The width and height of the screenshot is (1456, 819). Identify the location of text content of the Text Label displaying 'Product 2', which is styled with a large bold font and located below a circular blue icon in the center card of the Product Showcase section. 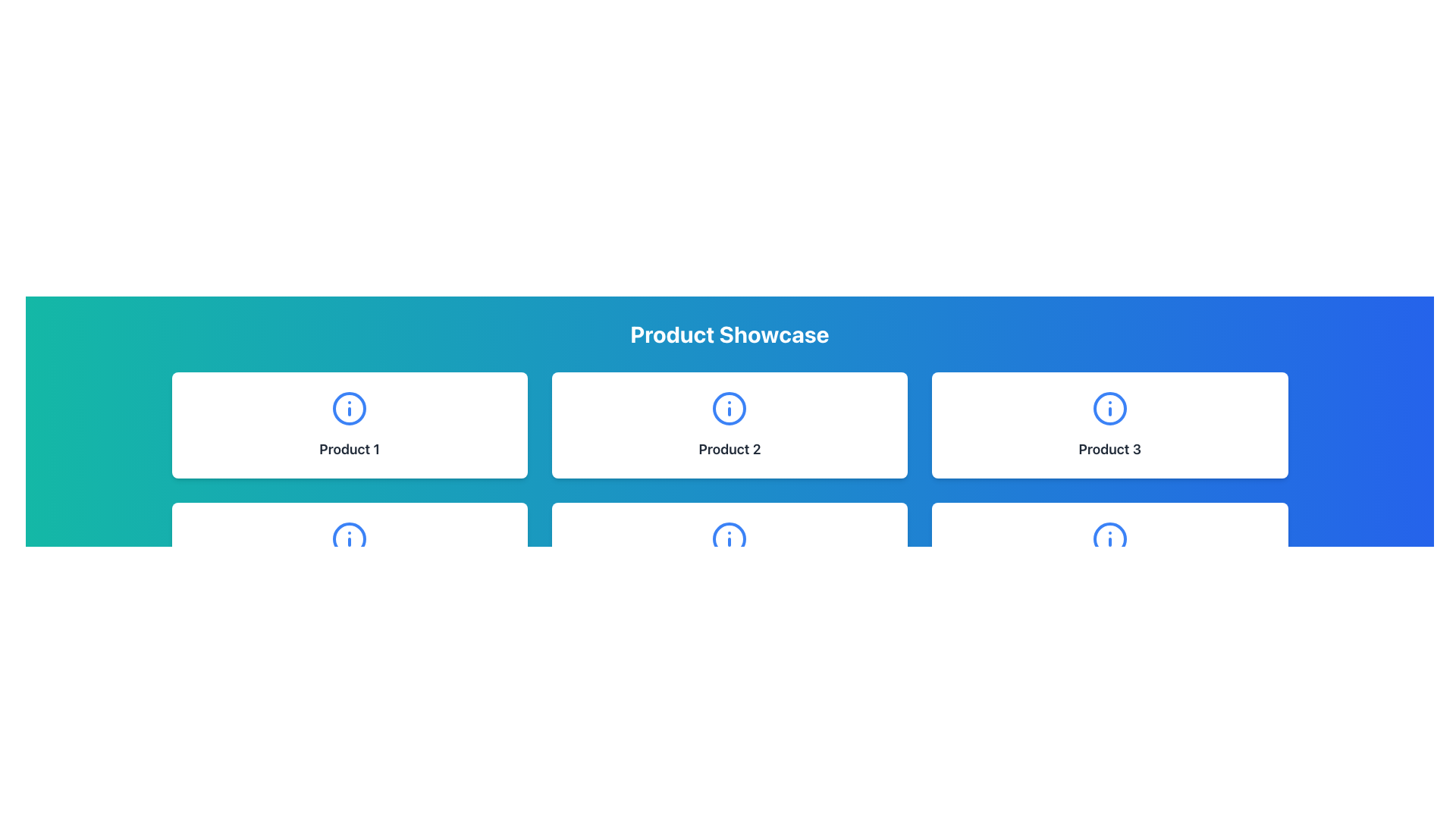
(730, 449).